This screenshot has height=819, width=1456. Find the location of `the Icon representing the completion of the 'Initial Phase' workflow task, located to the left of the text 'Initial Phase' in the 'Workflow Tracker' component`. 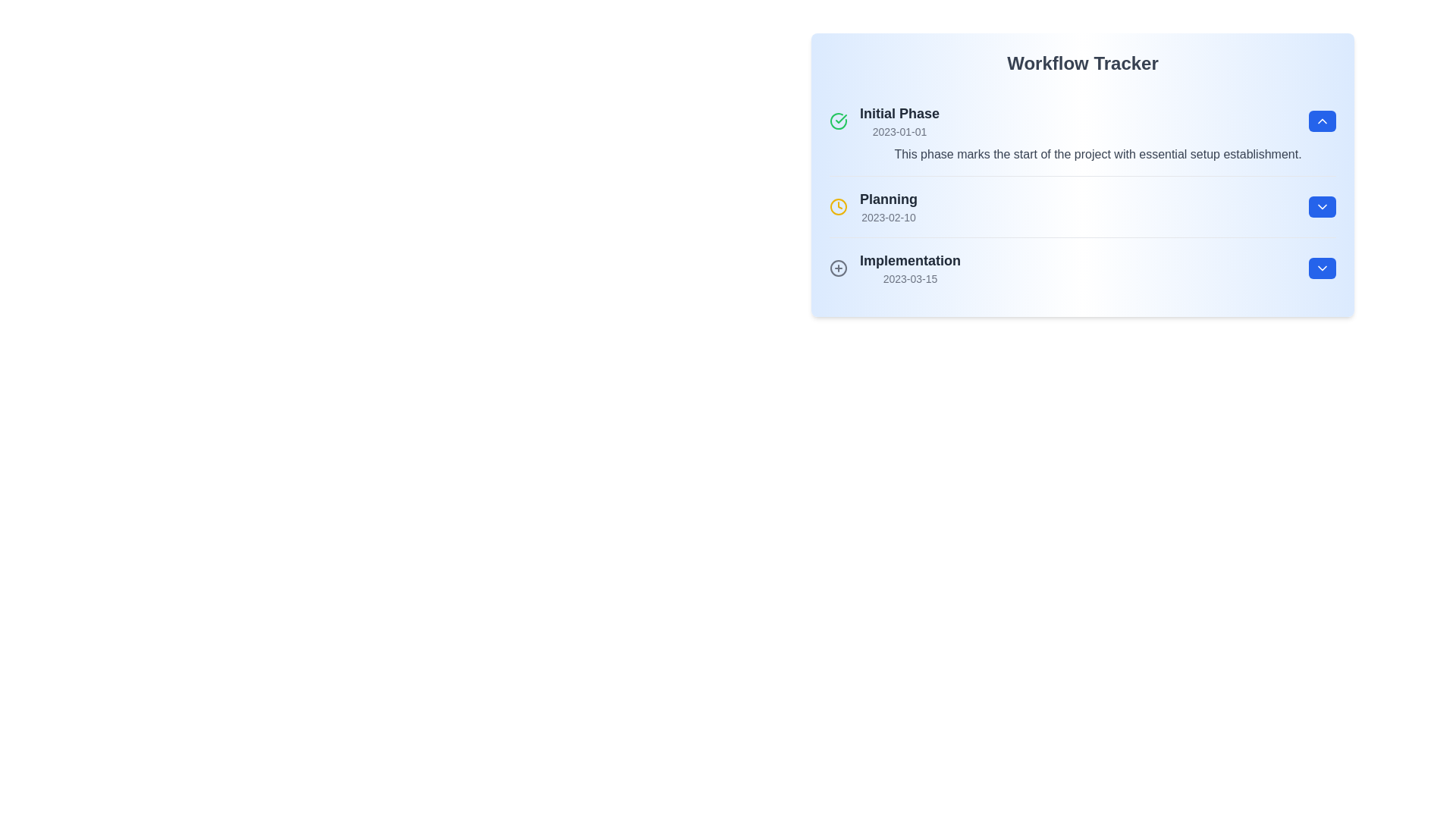

the Icon representing the completion of the 'Initial Phase' workflow task, located to the left of the text 'Initial Phase' in the 'Workflow Tracker' component is located at coordinates (837, 120).